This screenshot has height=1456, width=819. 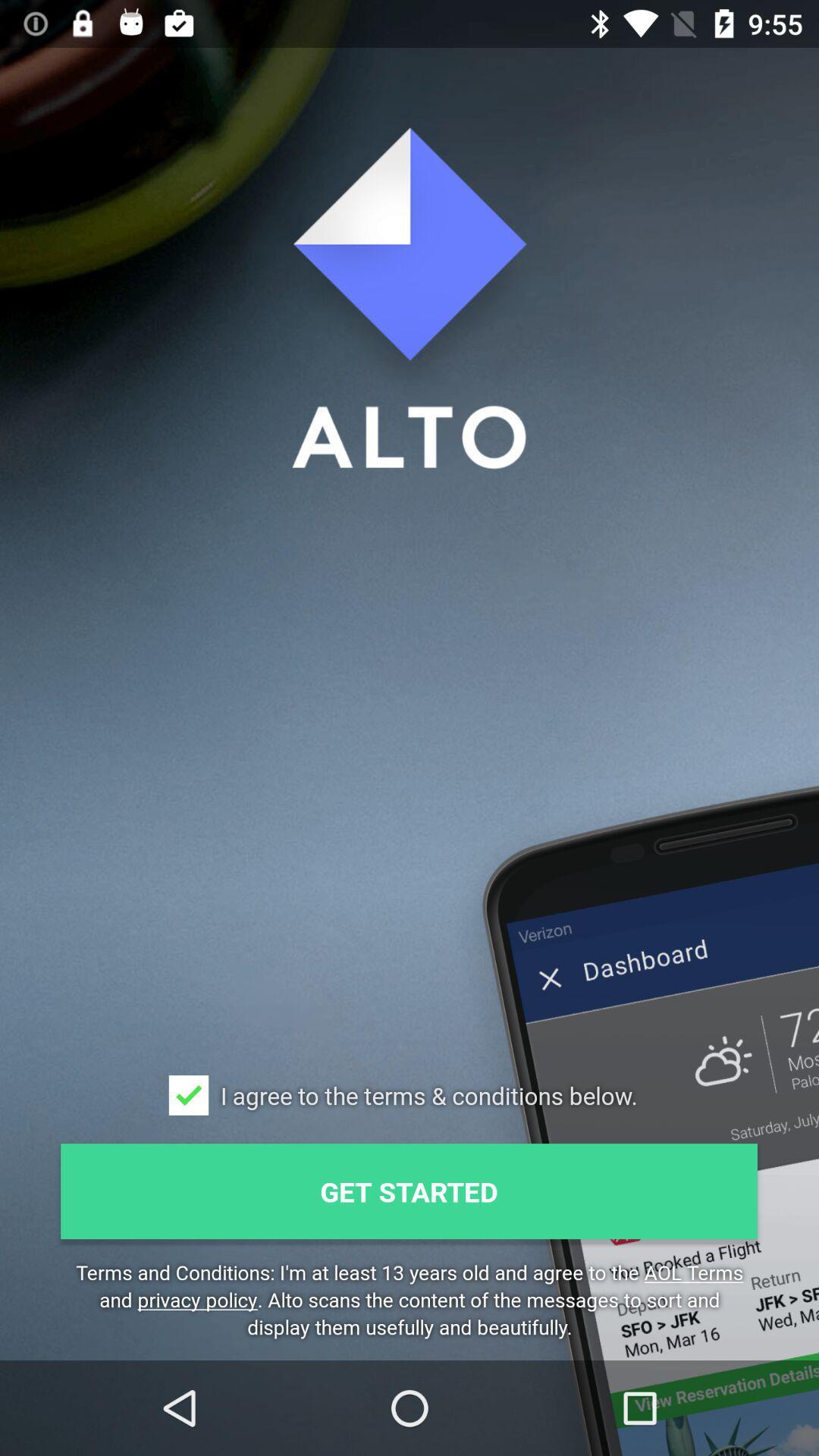 I want to click on the item to the left of i agree to item, so click(x=188, y=1095).